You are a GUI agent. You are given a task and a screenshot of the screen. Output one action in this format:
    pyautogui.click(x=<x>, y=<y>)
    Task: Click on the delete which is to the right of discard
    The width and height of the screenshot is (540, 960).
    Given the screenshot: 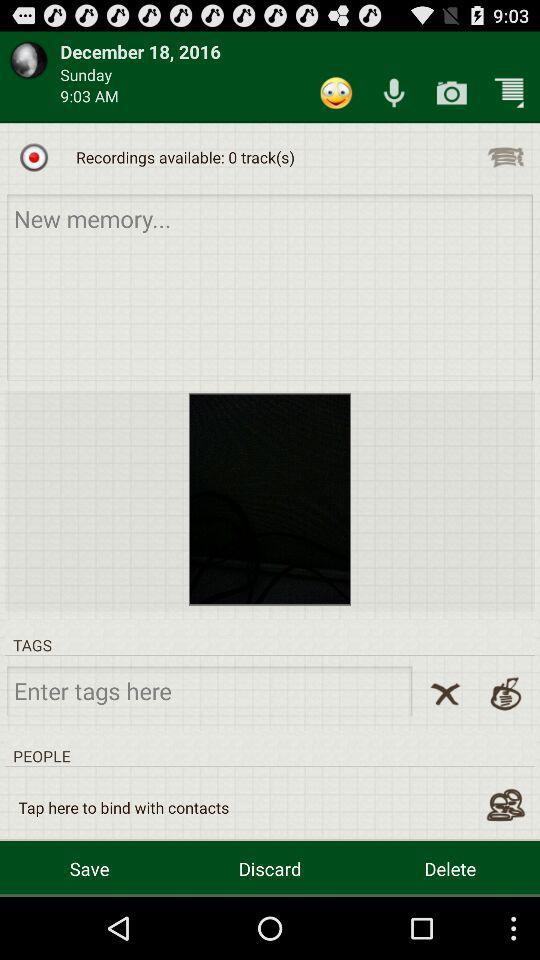 What is the action you would take?
    pyautogui.click(x=450, y=867)
    